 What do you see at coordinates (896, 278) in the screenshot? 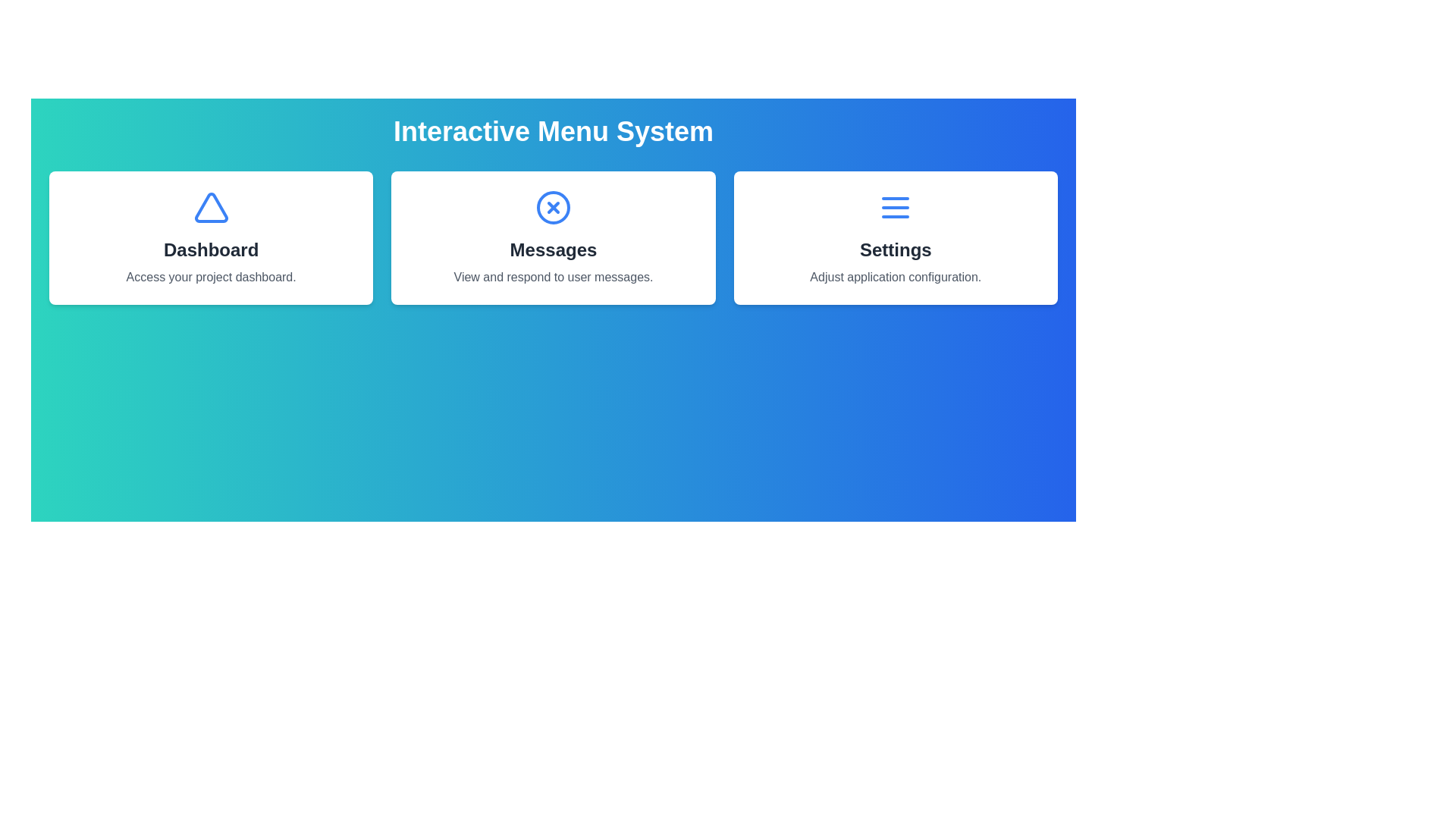
I see `the descriptive text label located beneath the 'Settings' heading, which provides additional information about the 'Settings' section` at bounding box center [896, 278].